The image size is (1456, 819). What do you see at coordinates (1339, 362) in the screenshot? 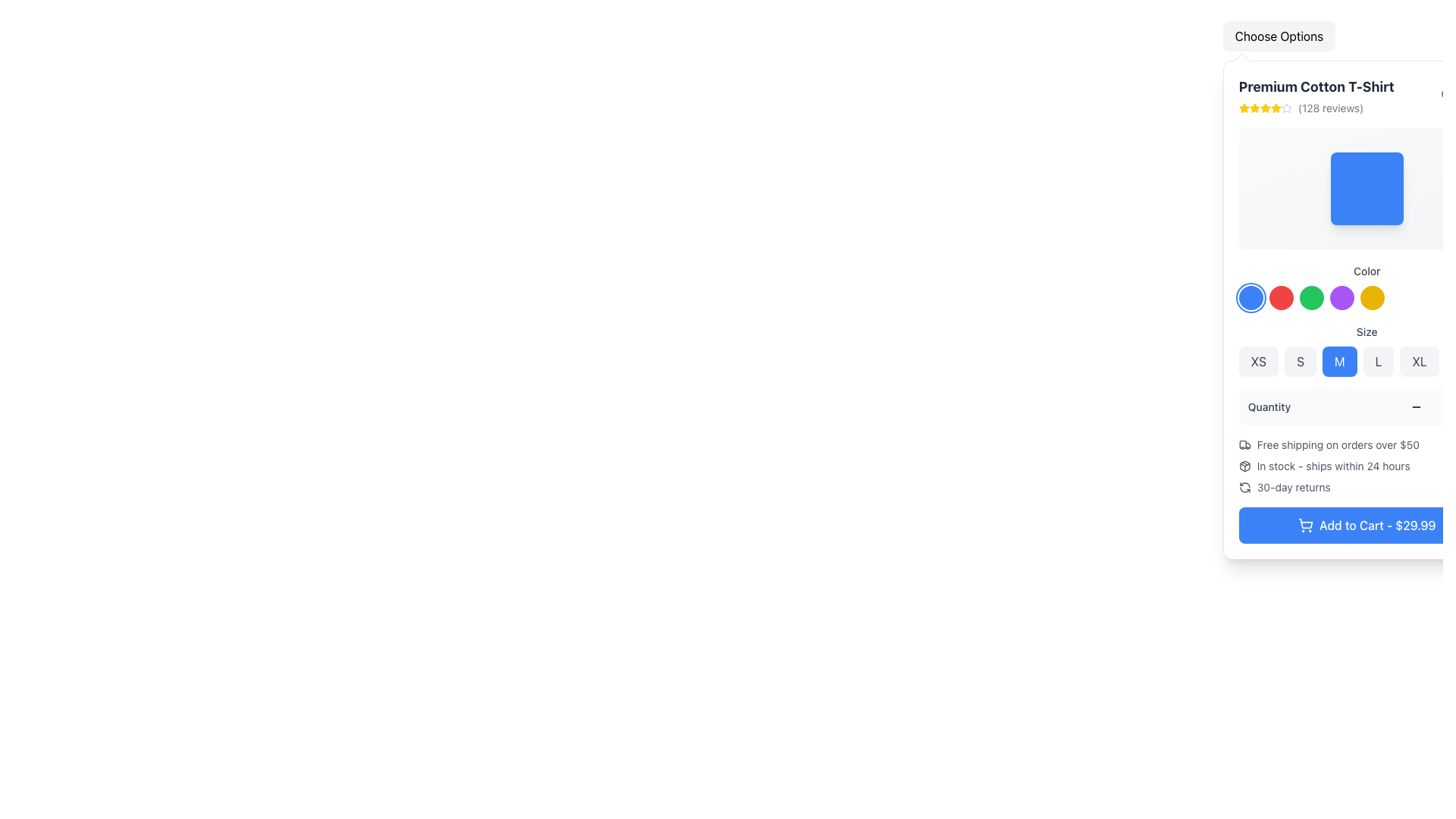
I see `the 'Medium' size option button located in the size selector group, which is the third button in the row of size options` at bounding box center [1339, 362].